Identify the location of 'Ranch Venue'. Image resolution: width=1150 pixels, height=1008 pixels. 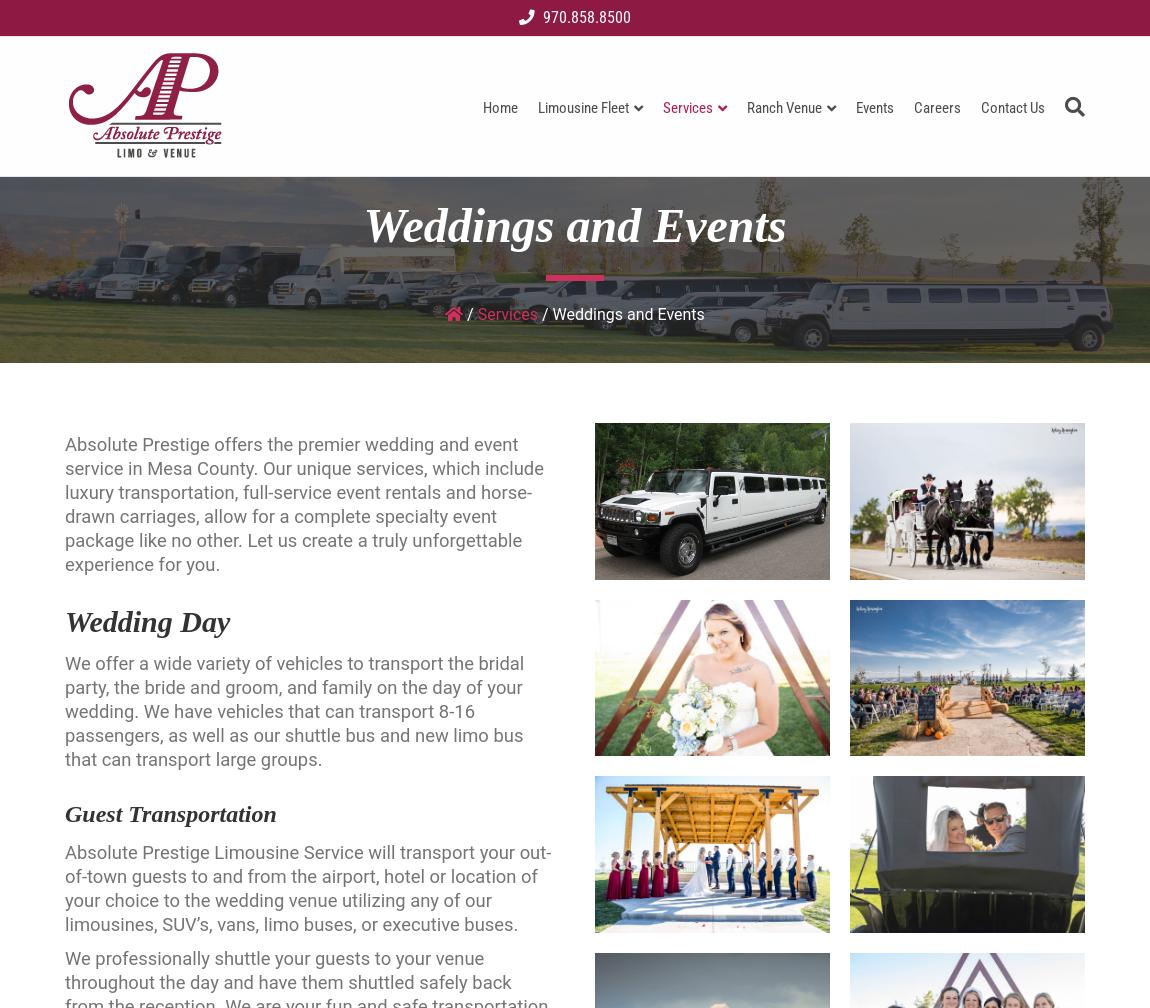
(783, 107).